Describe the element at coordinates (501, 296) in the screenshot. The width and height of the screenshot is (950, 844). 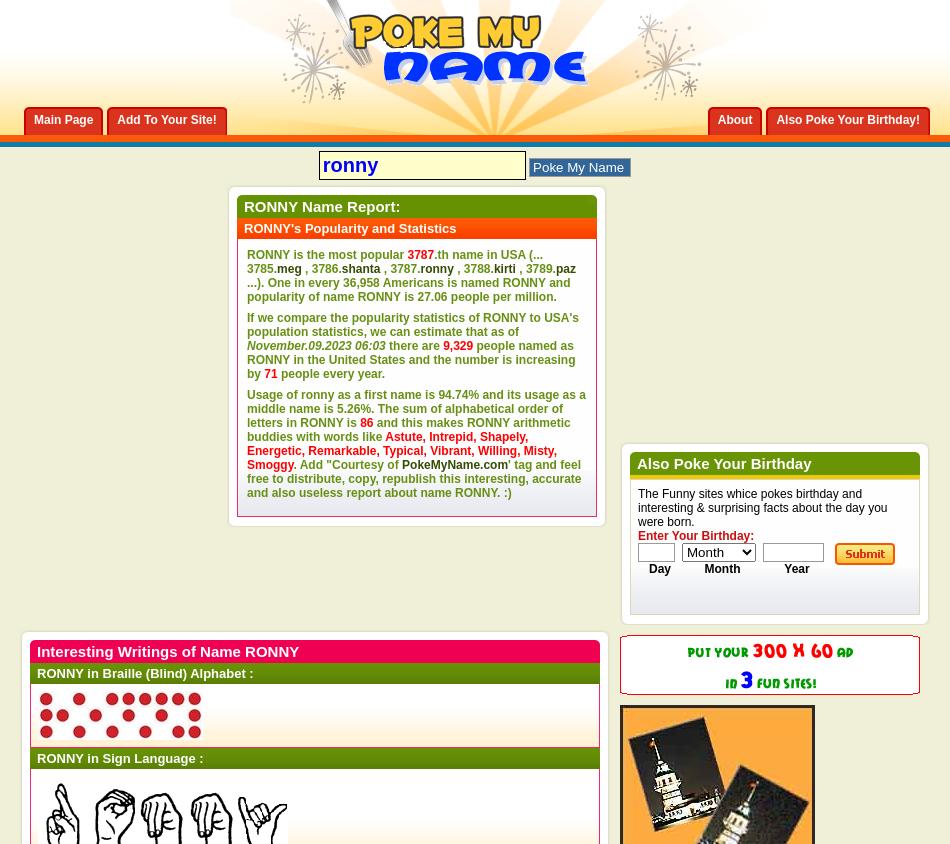
I see `'people per million.'` at that location.